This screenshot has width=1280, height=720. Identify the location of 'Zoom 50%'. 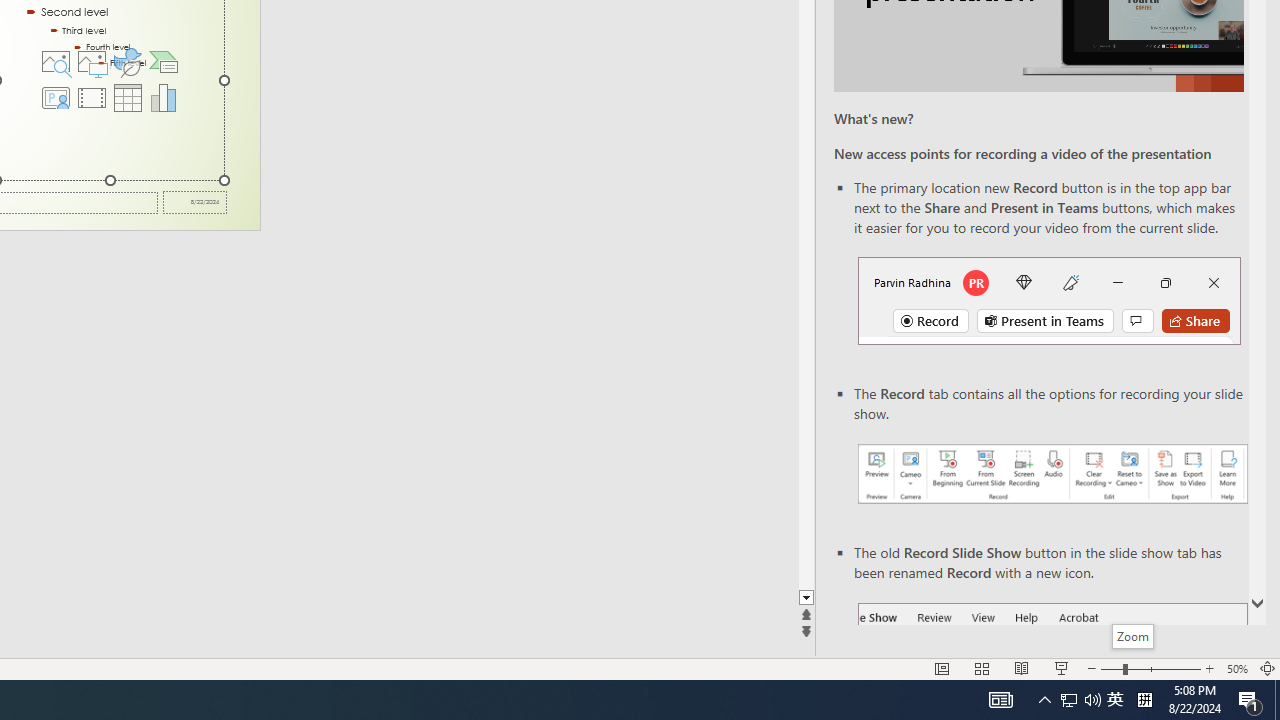
(1236, 669).